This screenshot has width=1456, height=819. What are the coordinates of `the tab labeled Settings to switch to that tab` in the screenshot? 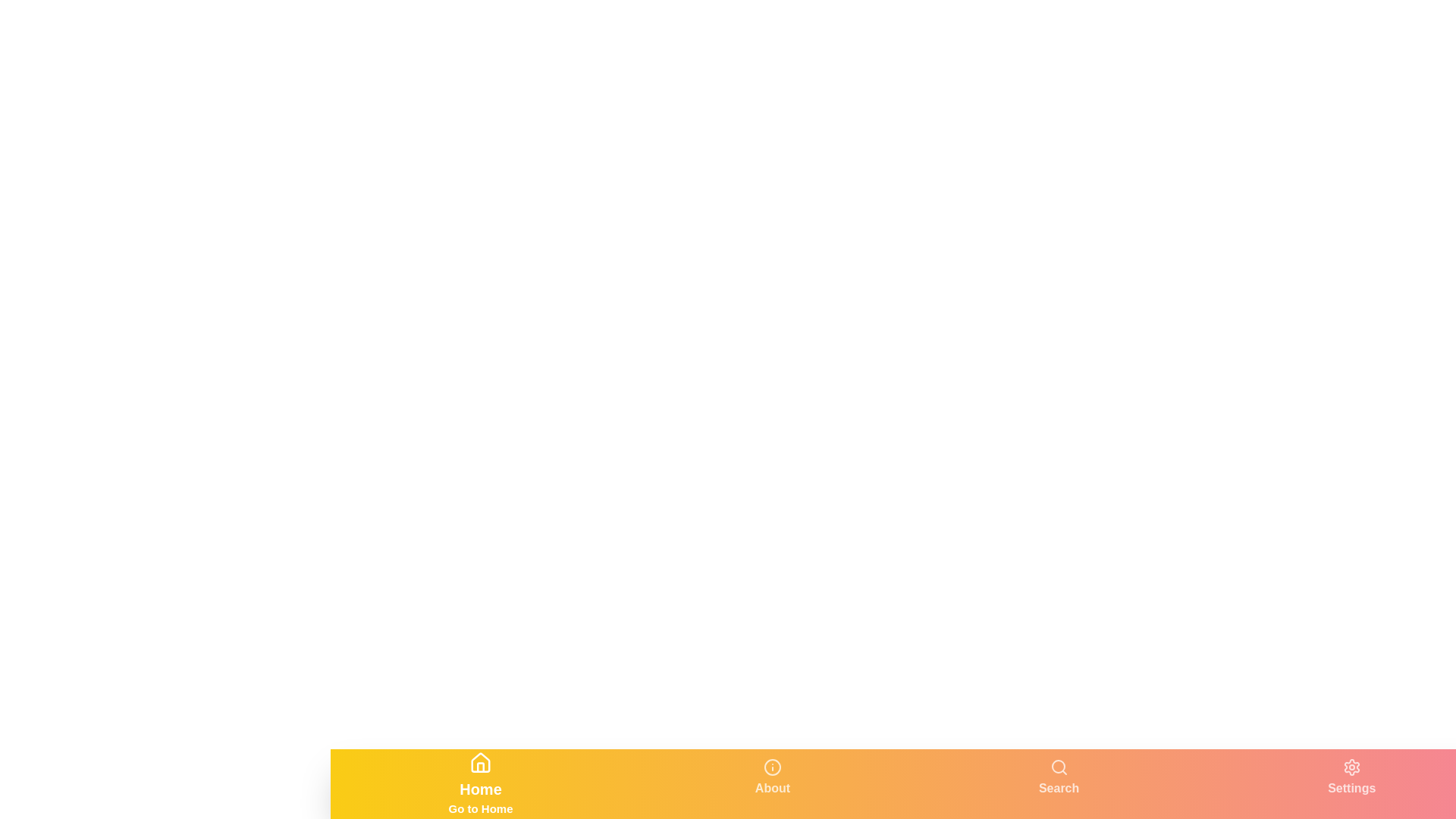 It's located at (1351, 783).